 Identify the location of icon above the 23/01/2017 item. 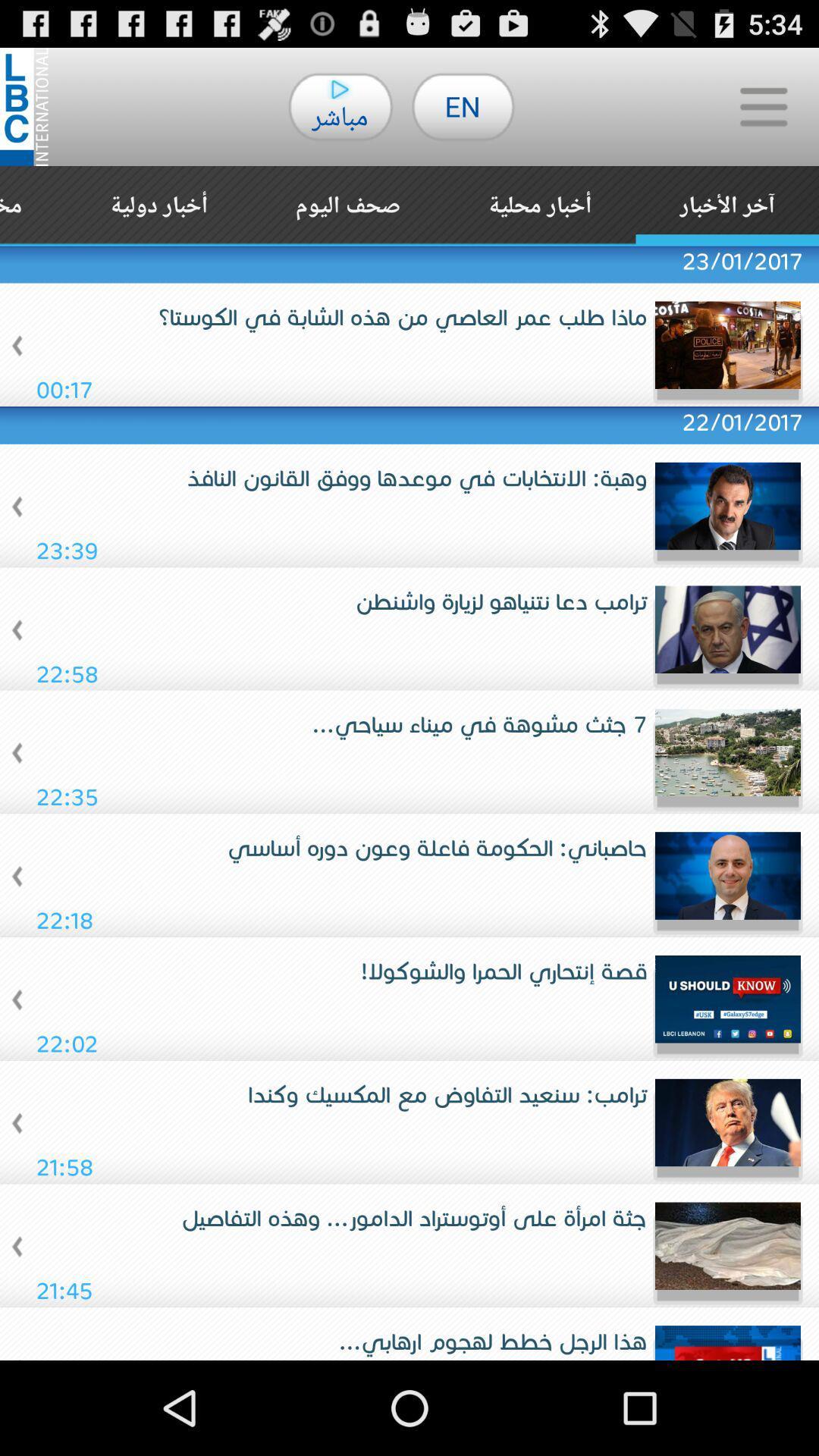
(158, 205).